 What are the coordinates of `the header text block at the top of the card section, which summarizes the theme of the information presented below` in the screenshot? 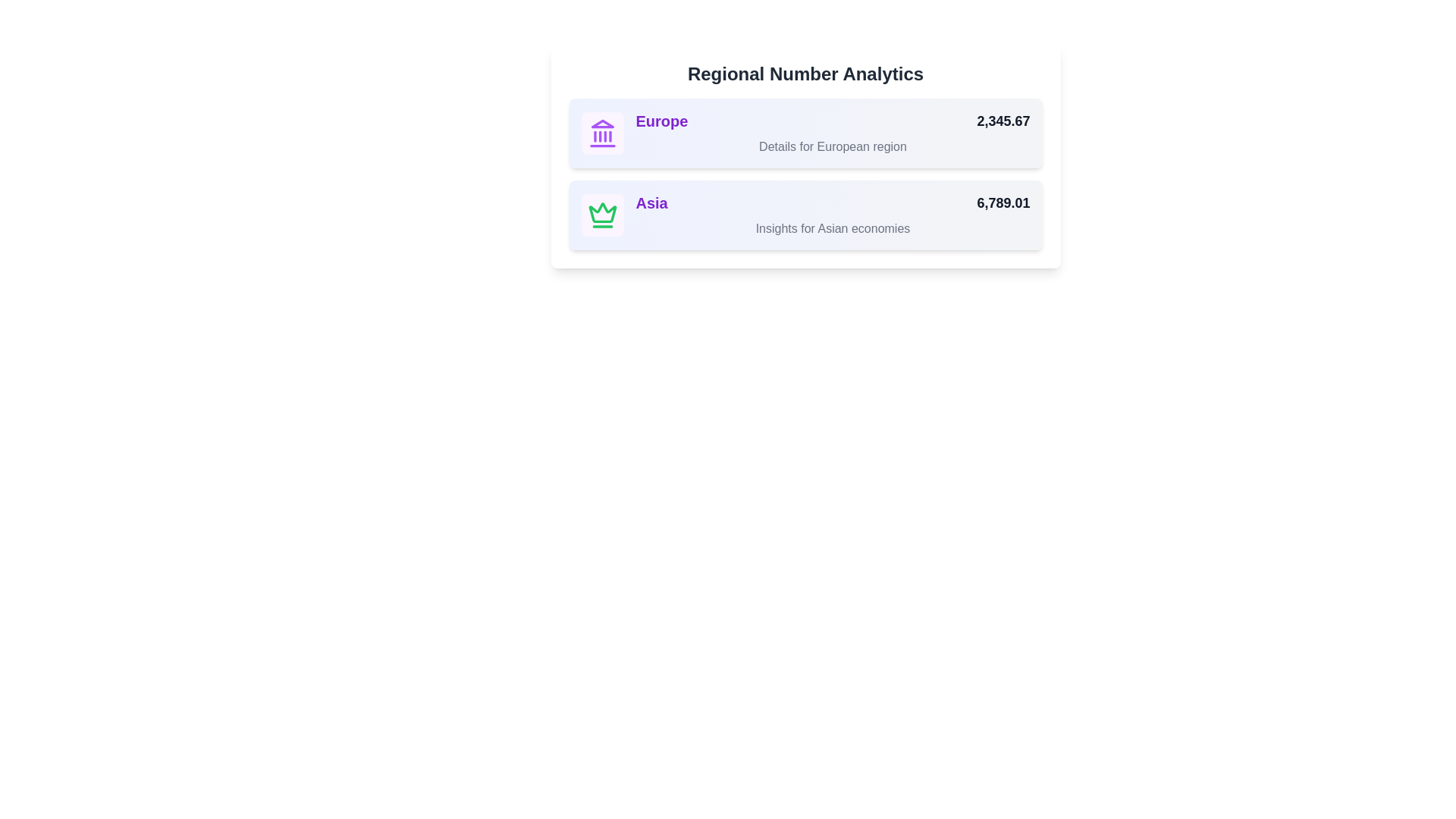 It's located at (805, 74).